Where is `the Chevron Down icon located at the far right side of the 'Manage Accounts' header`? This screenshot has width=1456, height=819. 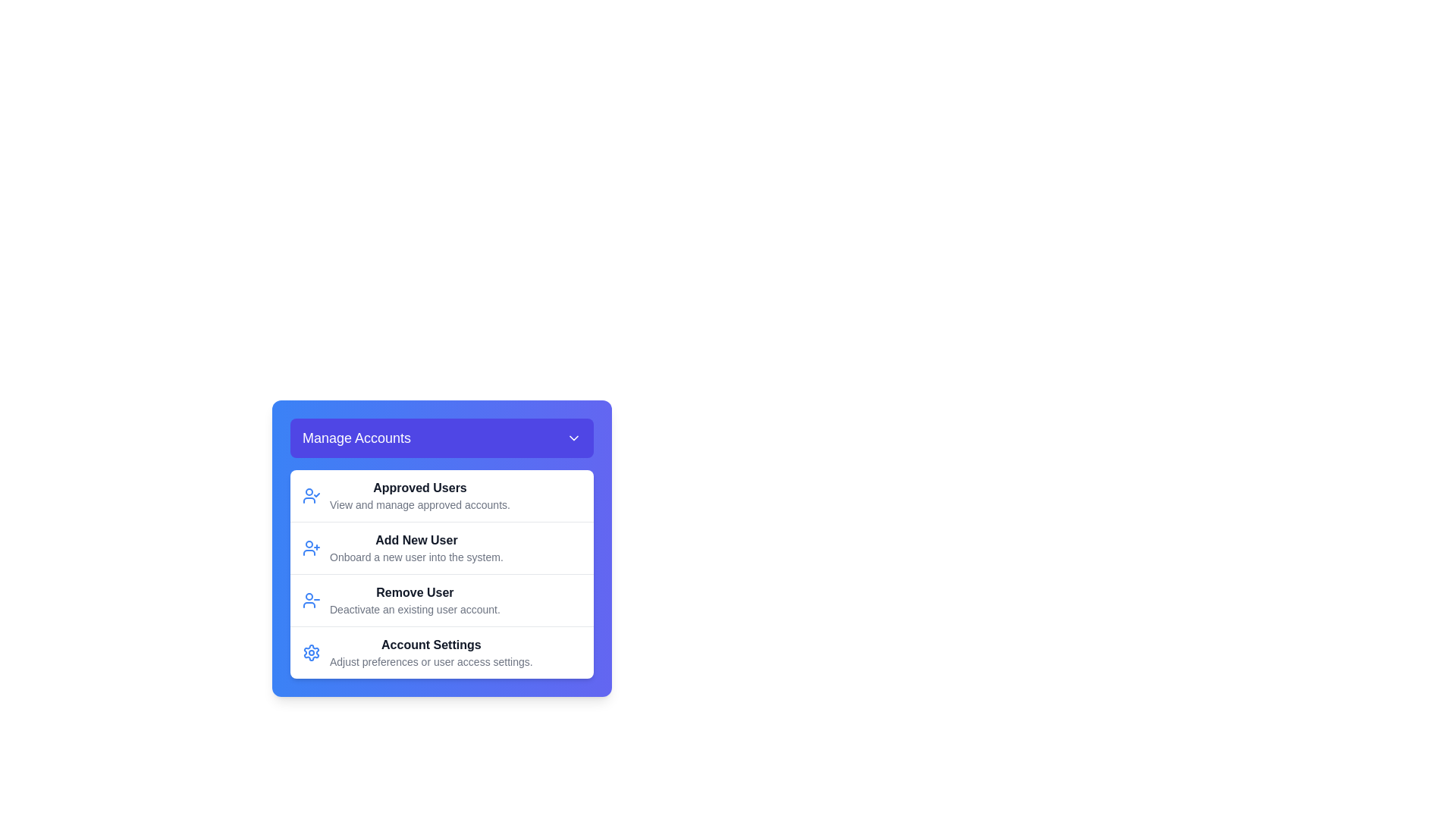 the Chevron Down icon located at the far right side of the 'Manage Accounts' header is located at coordinates (573, 438).